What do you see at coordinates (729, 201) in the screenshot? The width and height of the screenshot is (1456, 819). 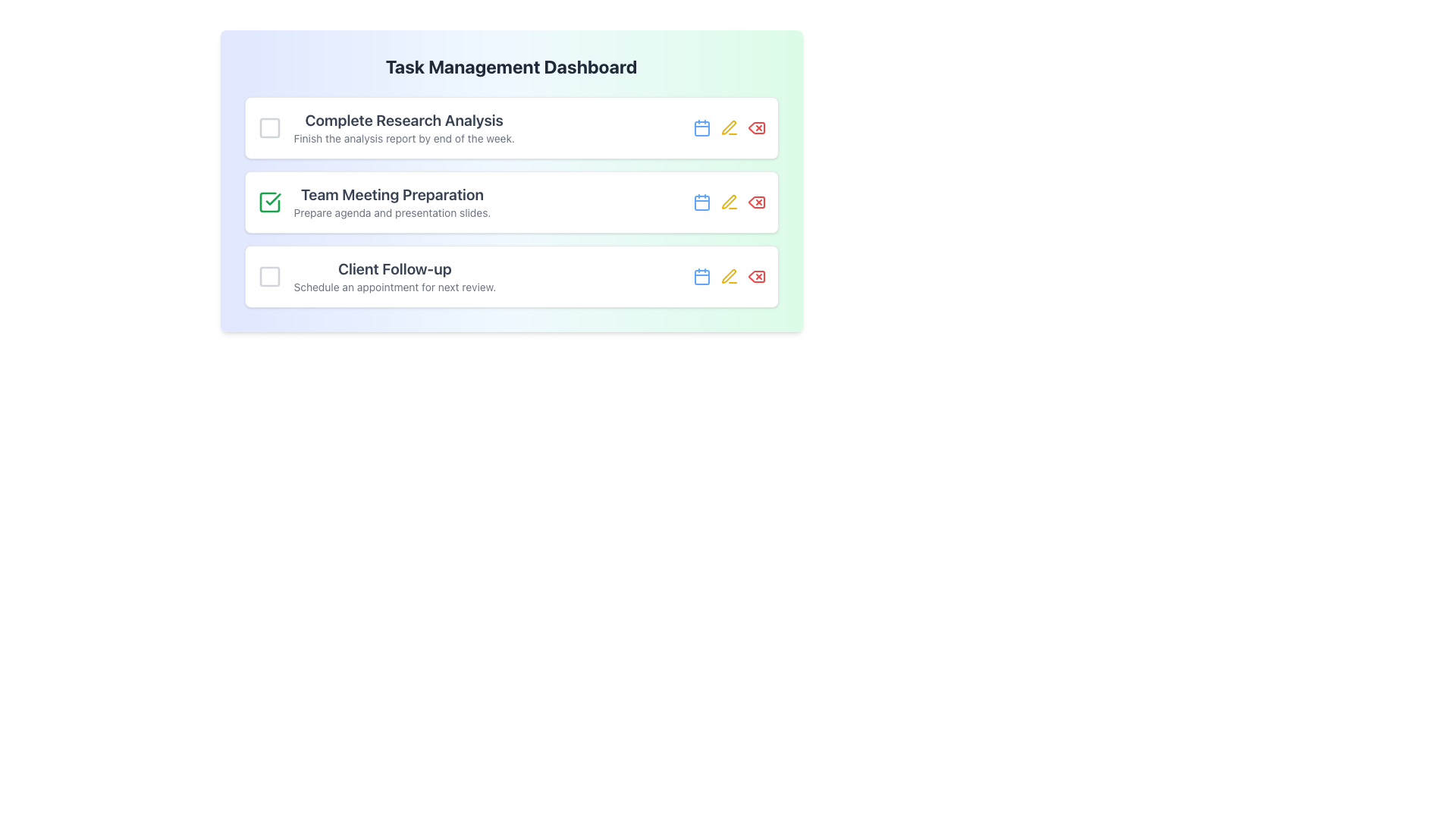 I see `the edit/pencil icon located in the action section of the second task item` at bounding box center [729, 201].